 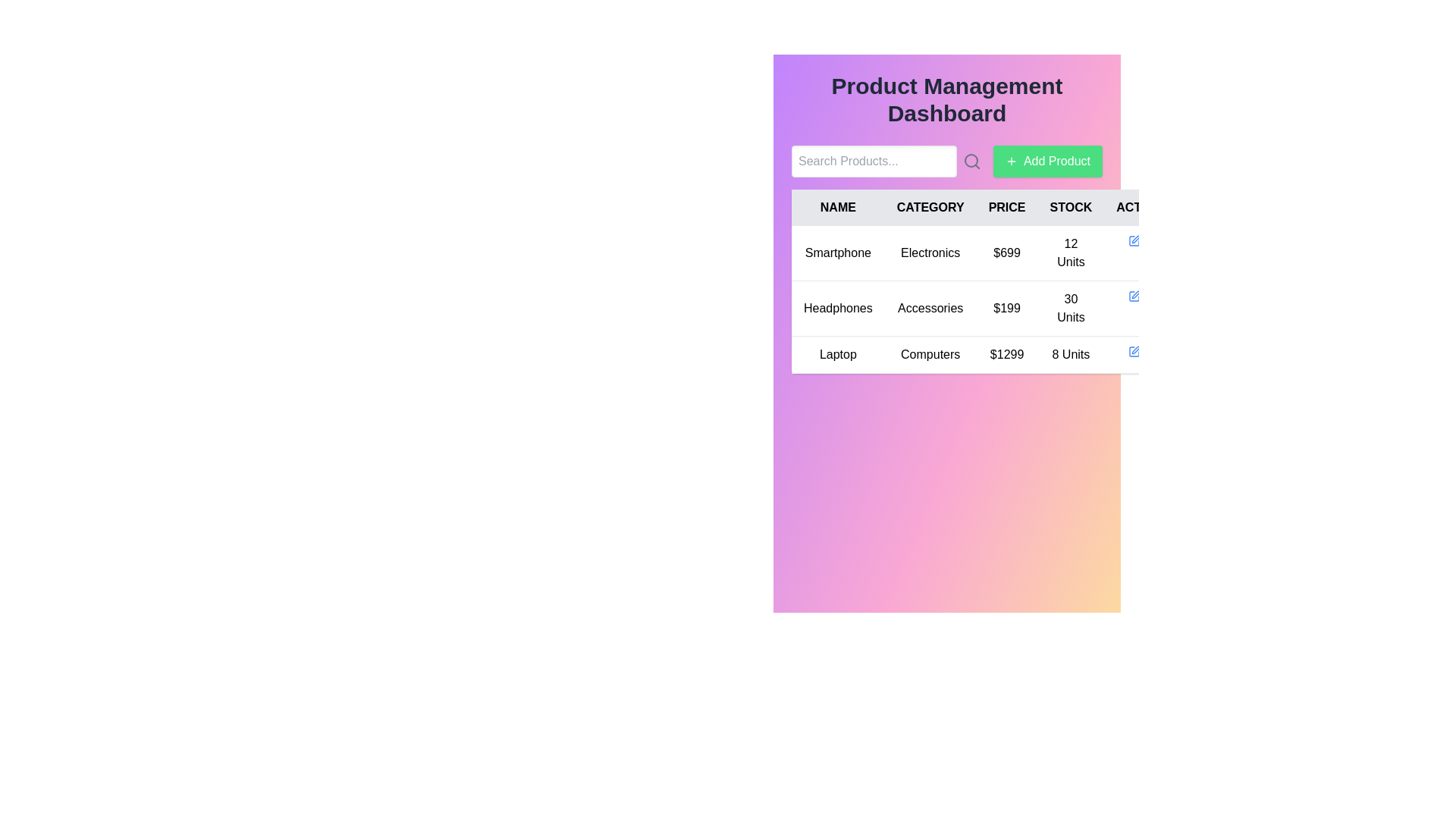 I want to click on the blue pen or edit icon located in the first row under the 'ACTION' column of the table adjacent to the 'Smartphone' product row, so click(x=1134, y=240).